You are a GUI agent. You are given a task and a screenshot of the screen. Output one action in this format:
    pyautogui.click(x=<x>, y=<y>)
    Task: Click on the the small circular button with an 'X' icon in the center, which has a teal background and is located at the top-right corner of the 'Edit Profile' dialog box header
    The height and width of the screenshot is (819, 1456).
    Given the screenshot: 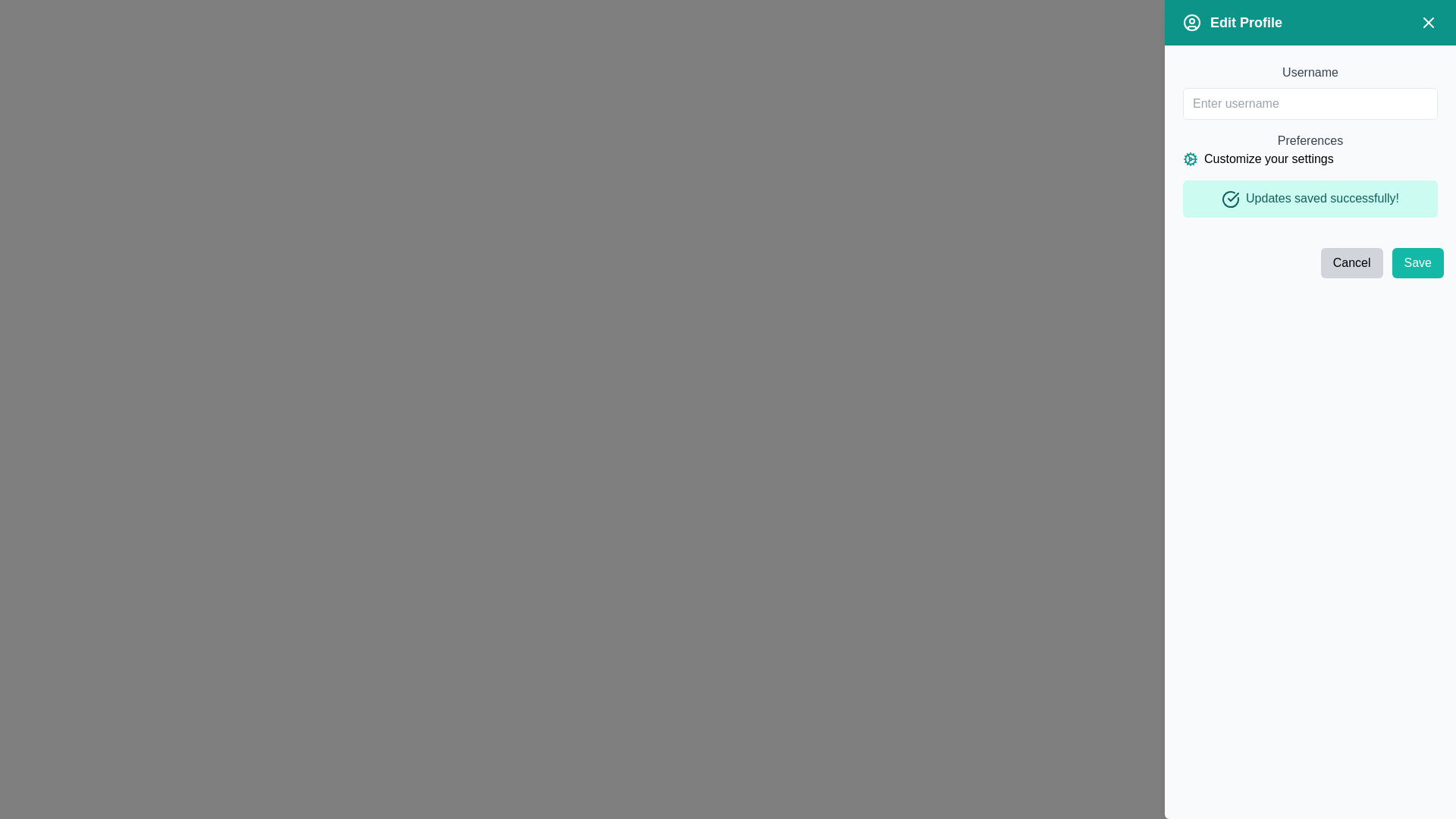 What is the action you would take?
    pyautogui.click(x=1427, y=23)
    